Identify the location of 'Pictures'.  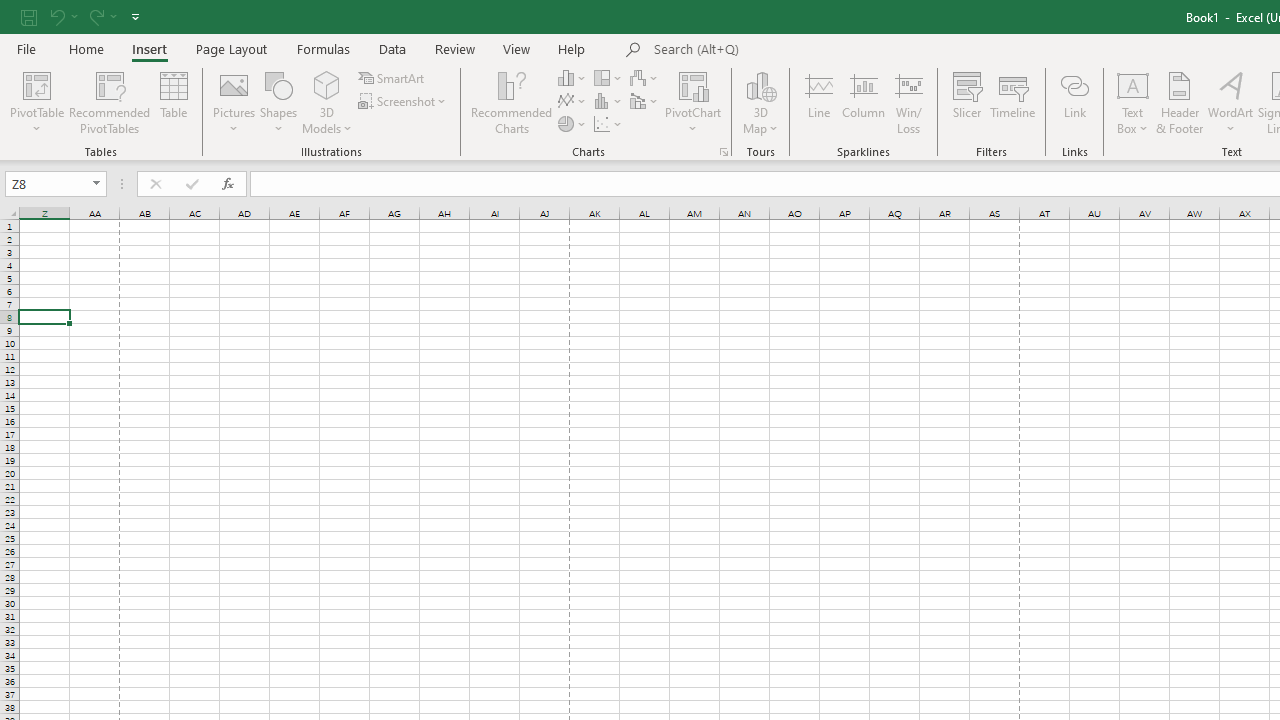
(234, 103).